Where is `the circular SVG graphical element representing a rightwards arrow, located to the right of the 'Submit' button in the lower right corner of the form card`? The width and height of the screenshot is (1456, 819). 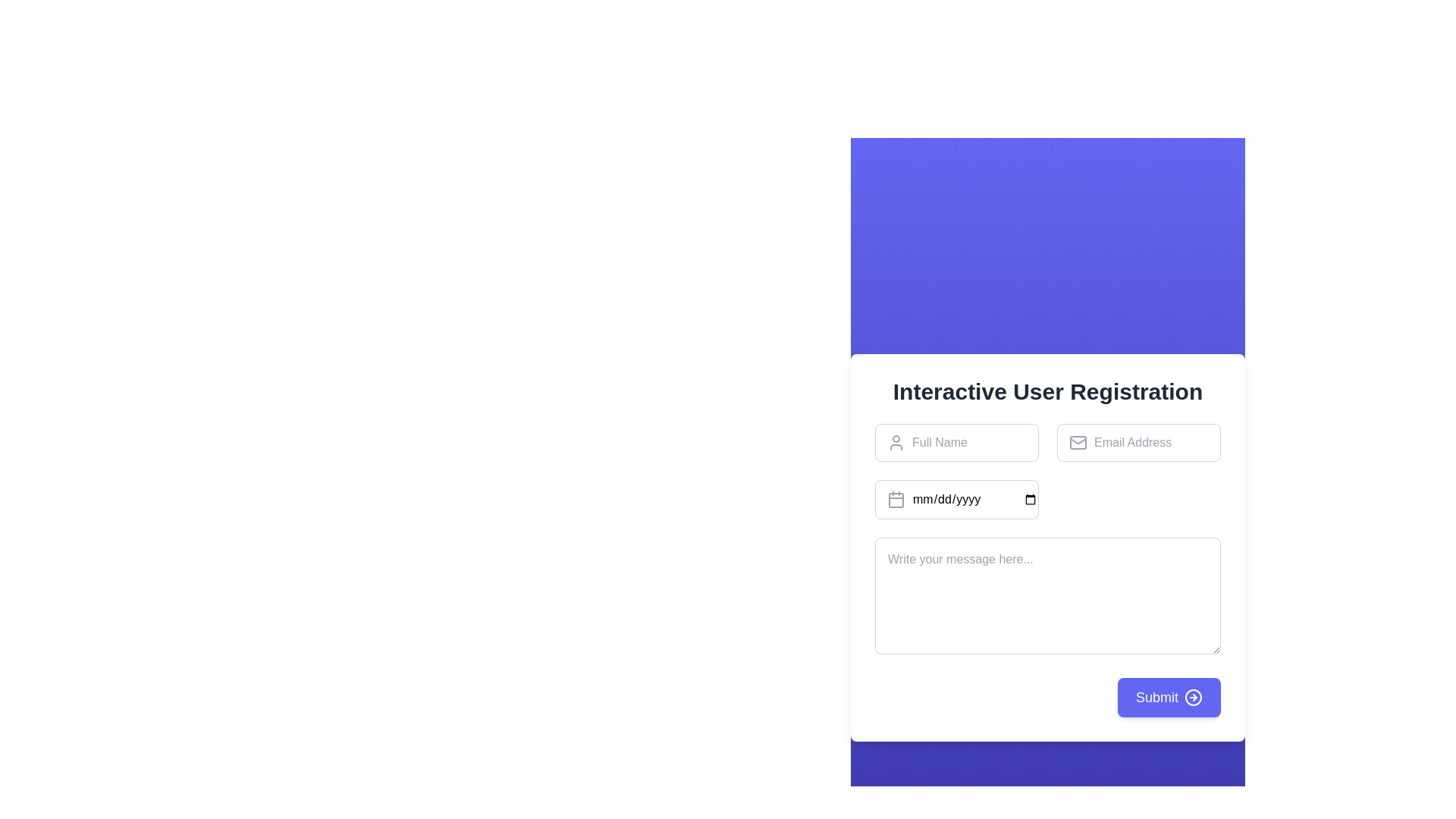
the circular SVG graphical element representing a rightwards arrow, located to the right of the 'Submit' button in the lower right corner of the form card is located at coordinates (1193, 697).